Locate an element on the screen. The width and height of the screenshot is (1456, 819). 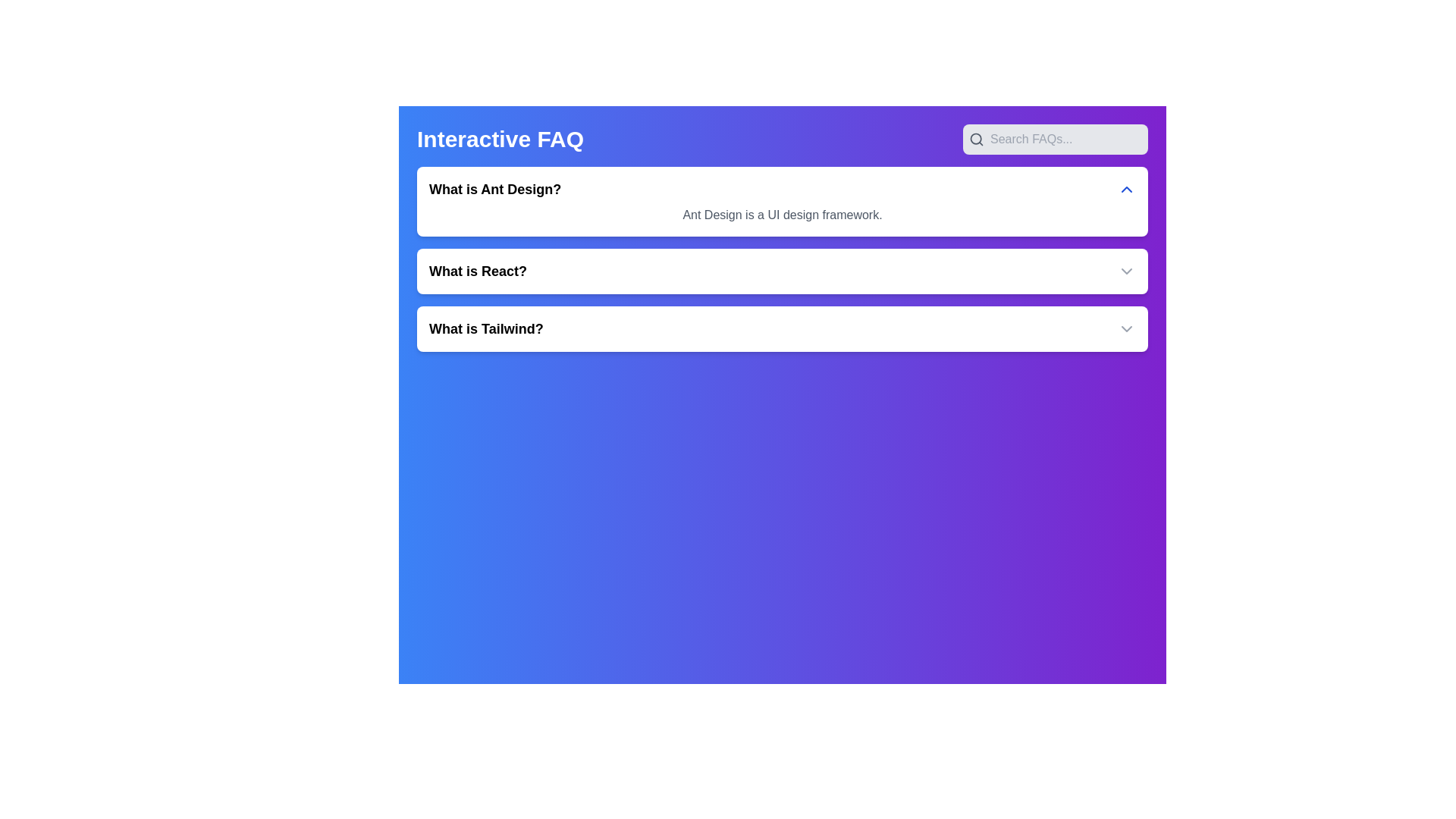
the Expandable FAQ Header titled 'What is React?' for keyboard interaction is located at coordinates (783, 271).